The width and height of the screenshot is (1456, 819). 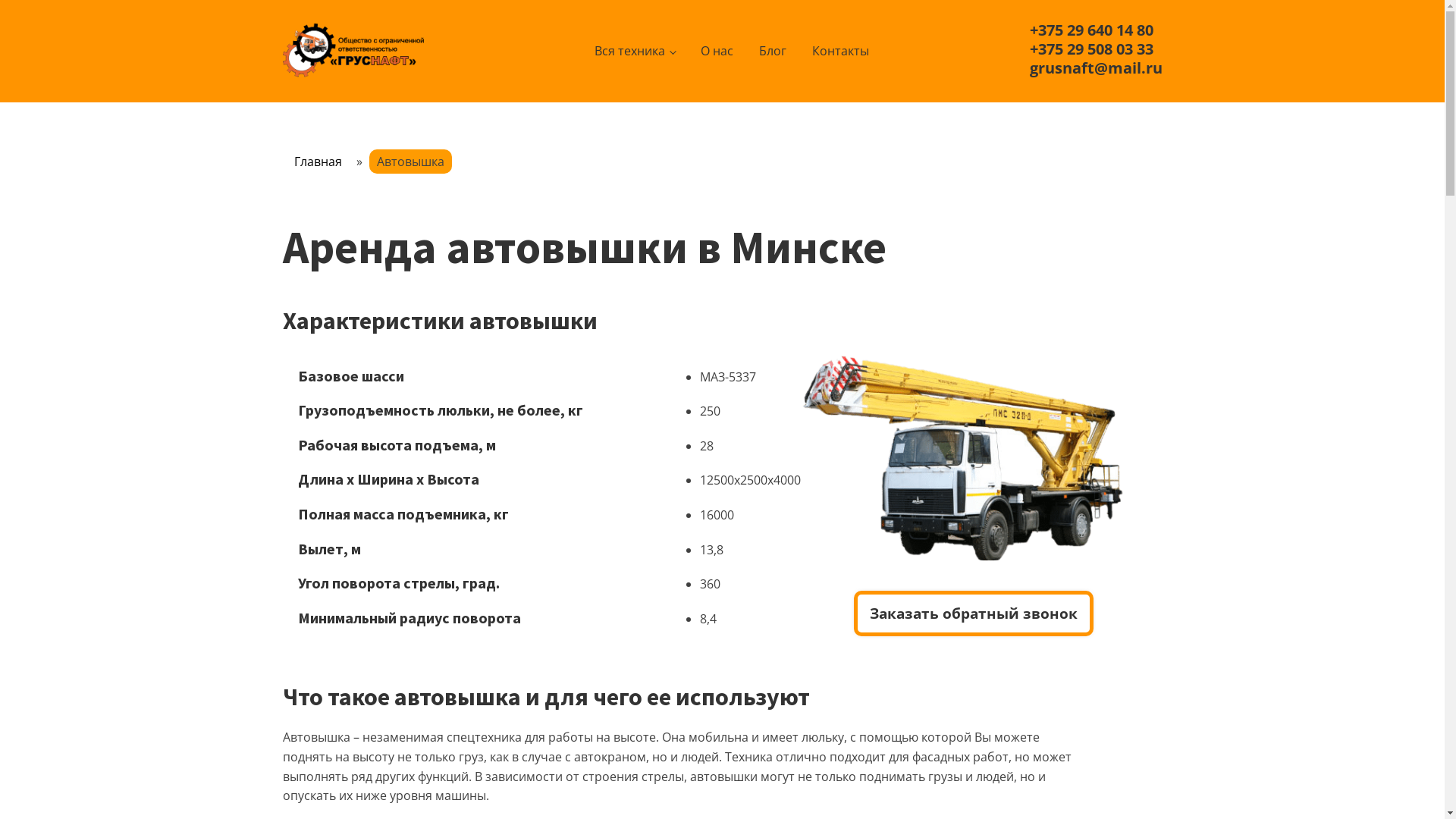 I want to click on '+375 29 640 14 80', so click(x=1090, y=30).